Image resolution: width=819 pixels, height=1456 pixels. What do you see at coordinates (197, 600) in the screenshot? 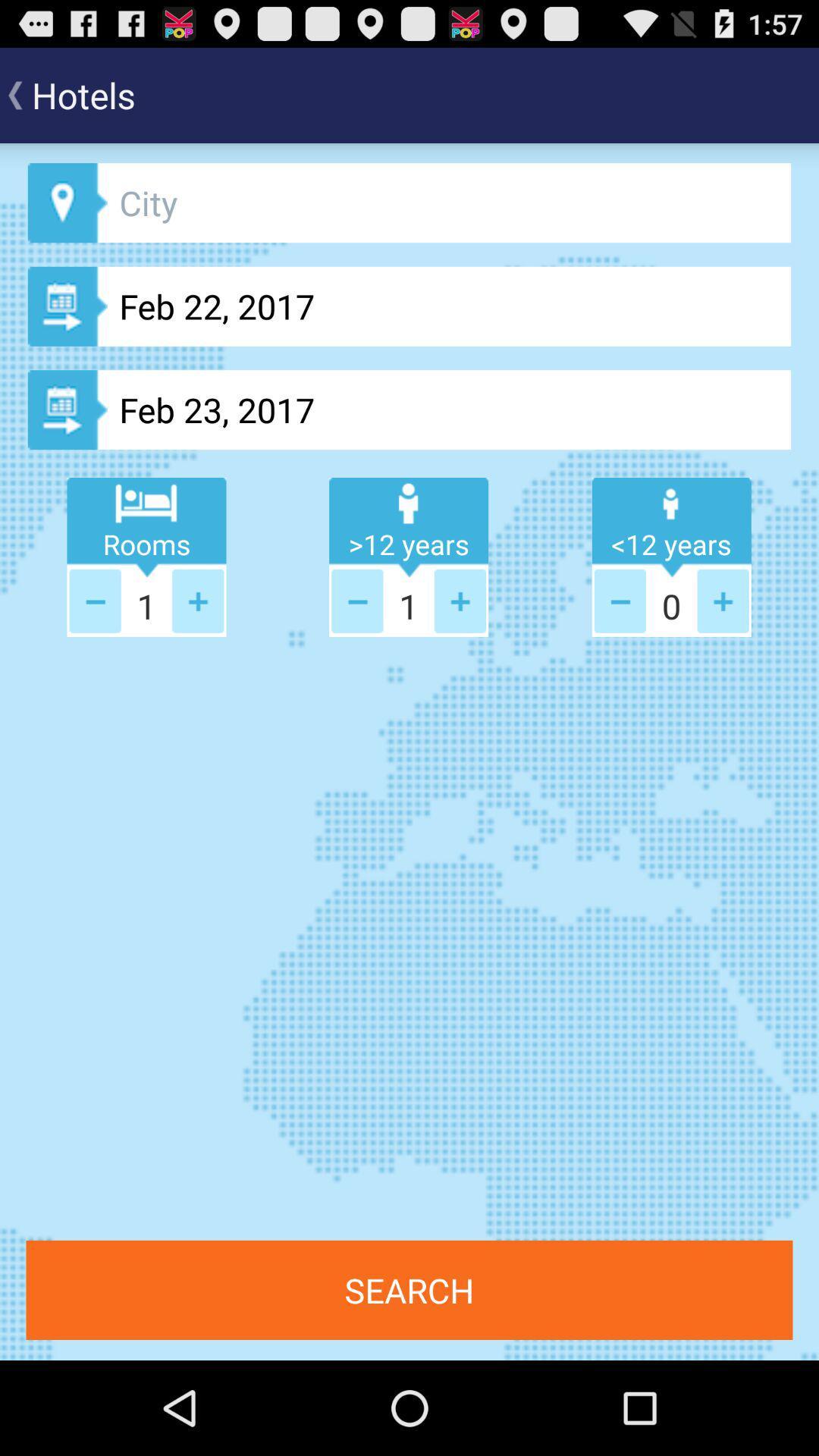
I see `zoom` at bounding box center [197, 600].